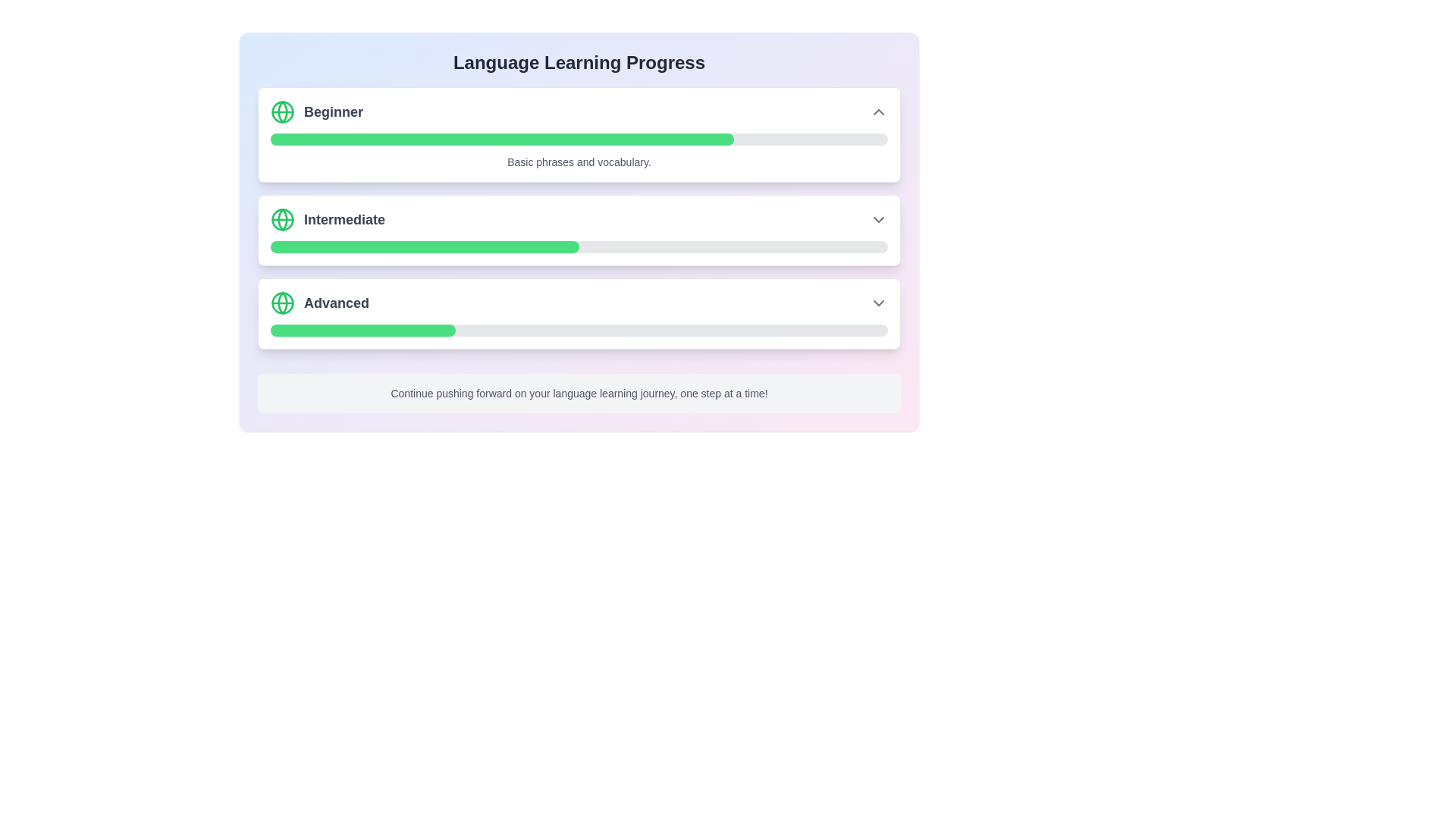  I want to click on the 'Advanced' text label, which is styled with a bold, large font and is positioned to the right of a green globe icon, as the third item in a vertically aligned list of language levels, so click(319, 303).